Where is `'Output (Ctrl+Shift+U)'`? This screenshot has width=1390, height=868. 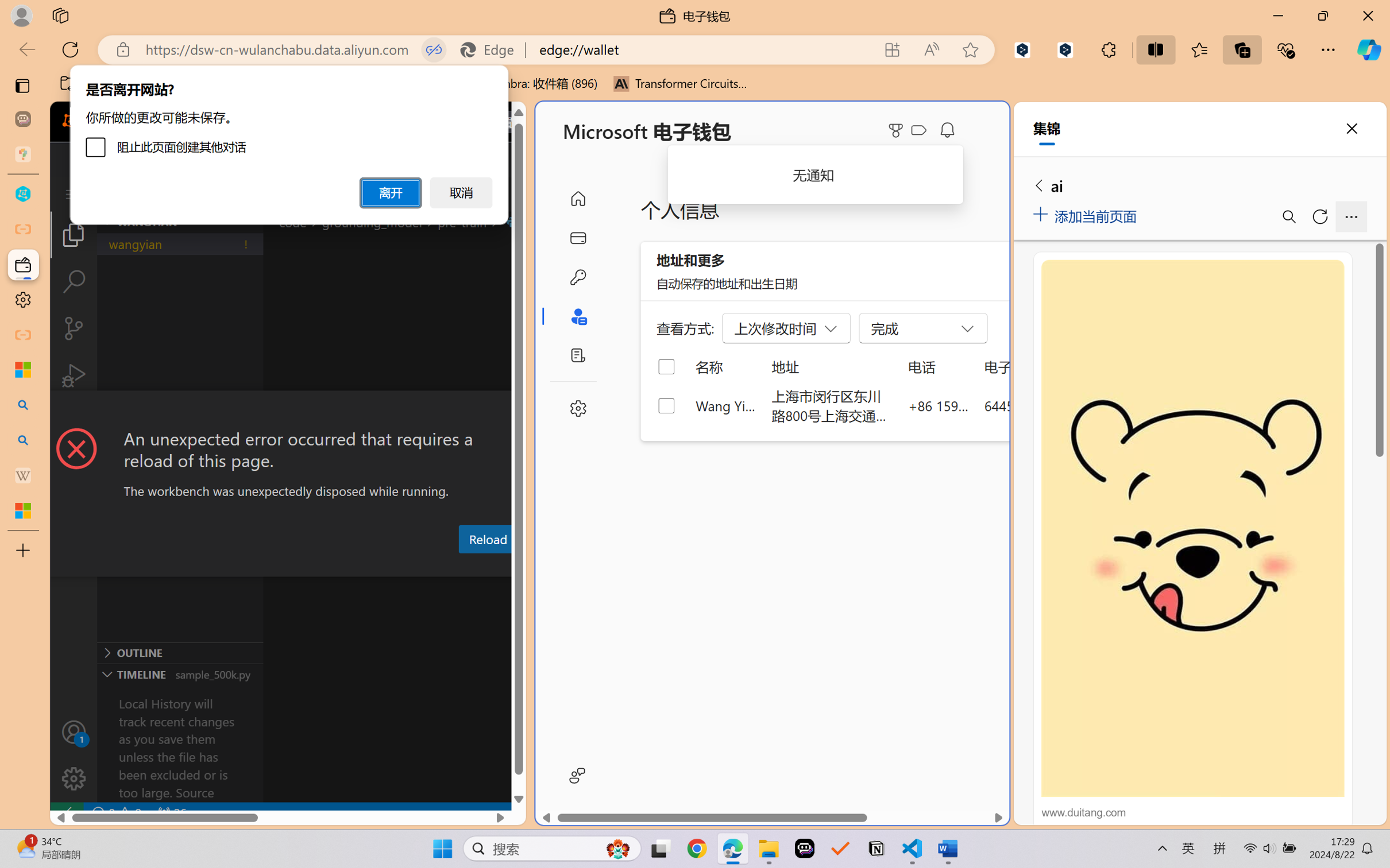
'Output (Ctrl+Shift+U)' is located at coordinates (377, 566).